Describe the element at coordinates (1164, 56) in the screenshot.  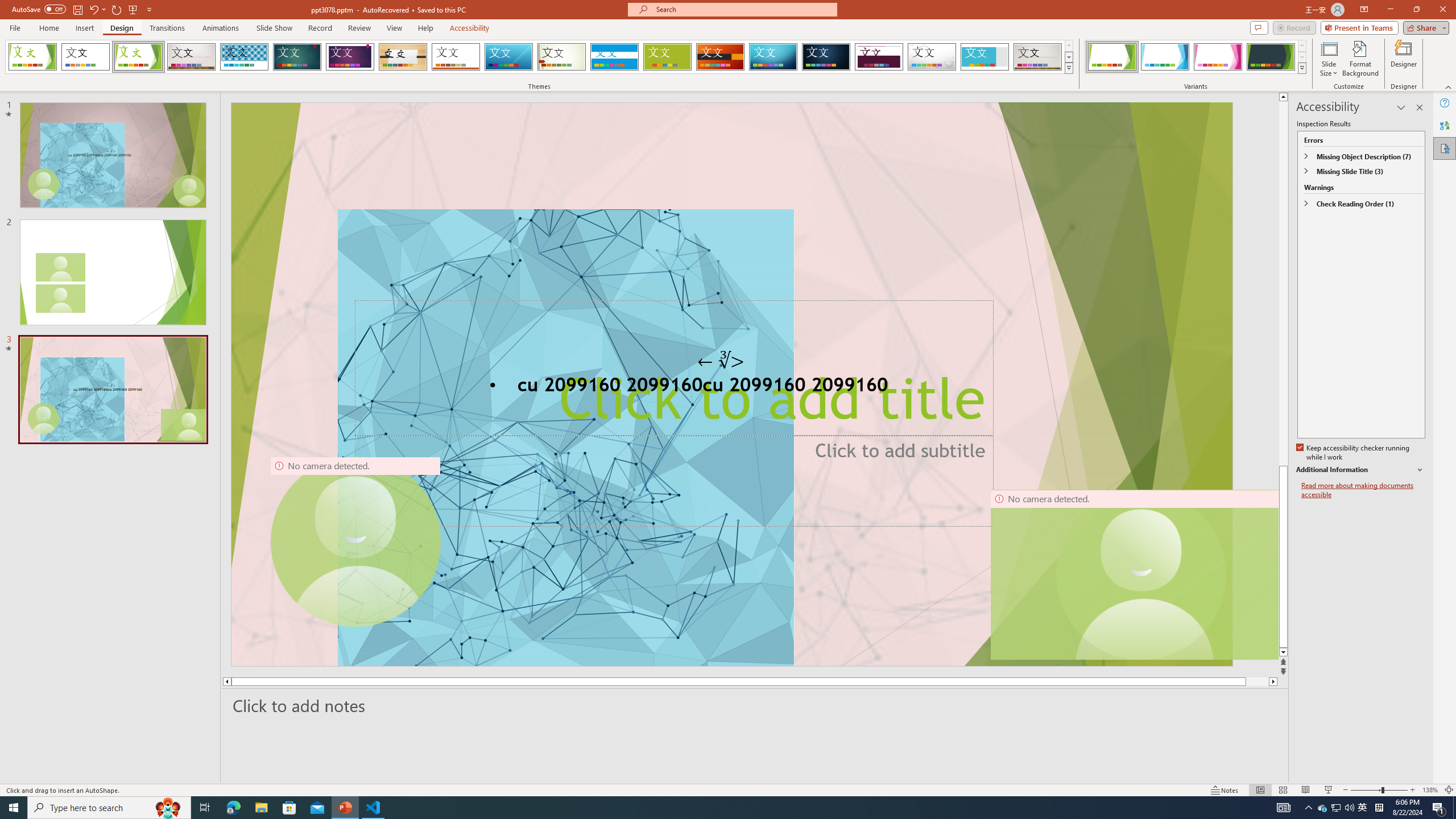
I see `'Facet Variant 2'` at that location.